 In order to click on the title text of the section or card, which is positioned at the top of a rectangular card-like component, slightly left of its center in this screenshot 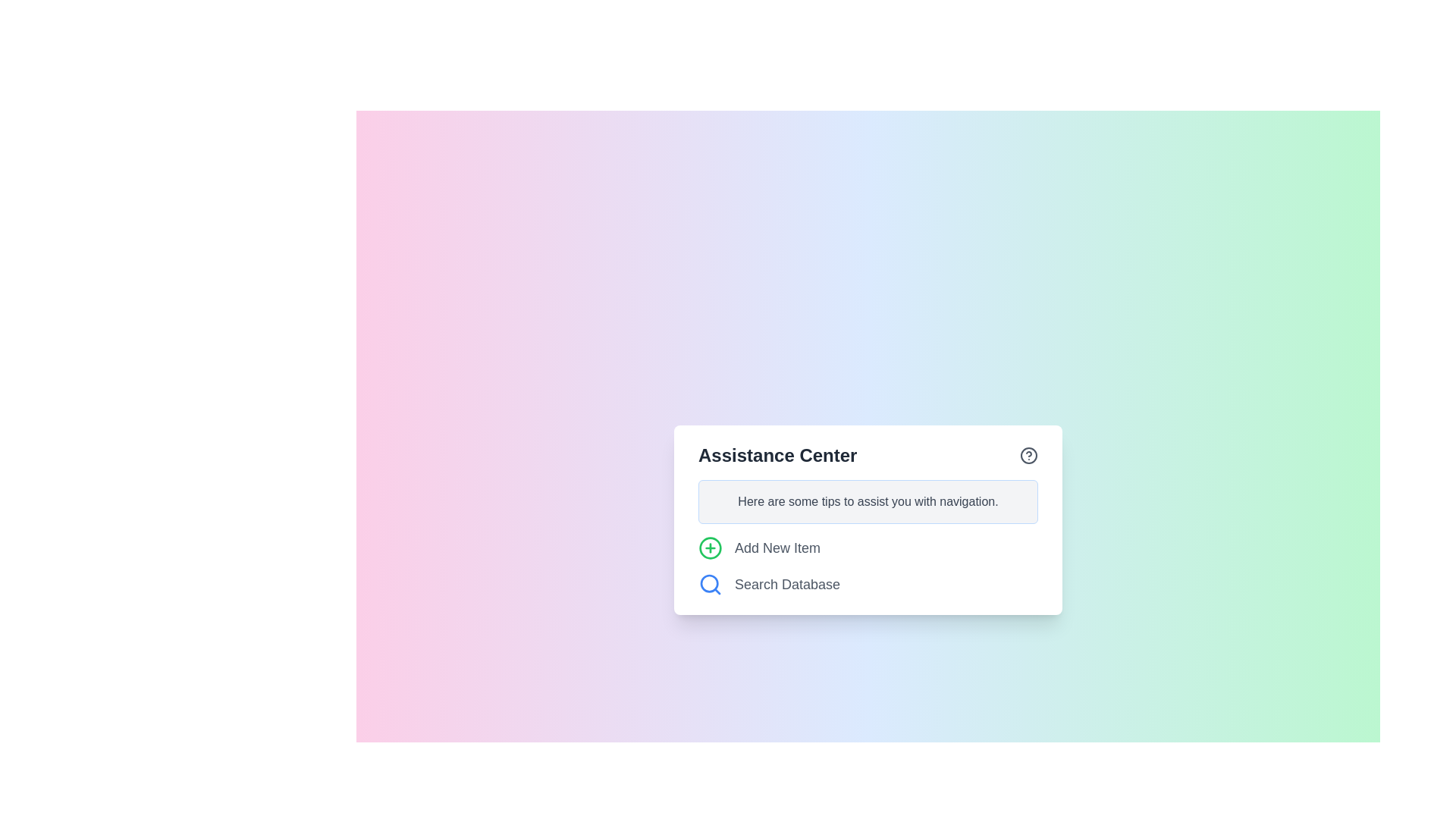, I will do `click(777, 455)`.